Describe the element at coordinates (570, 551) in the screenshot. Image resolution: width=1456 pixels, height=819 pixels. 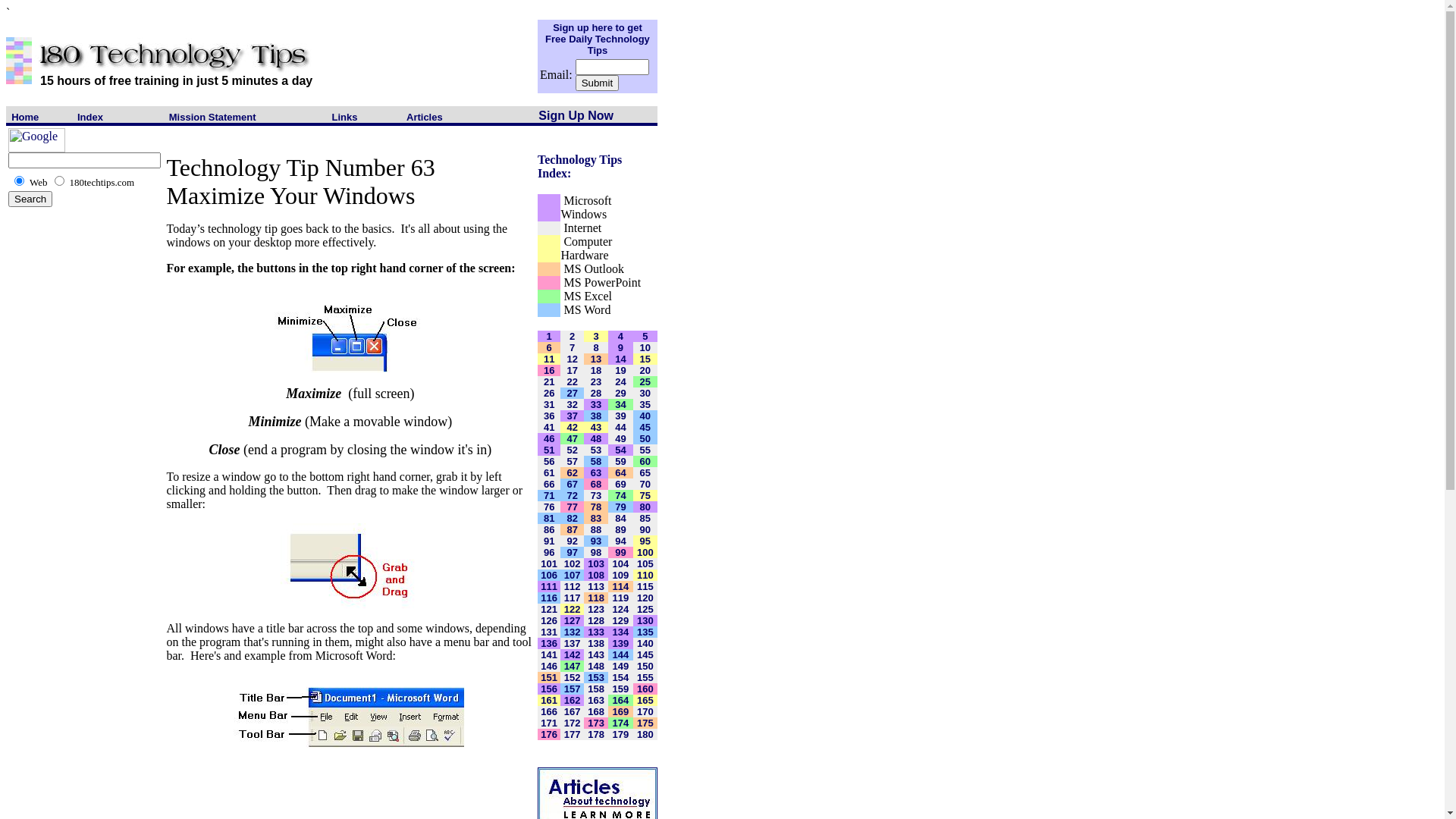
I see `'97'` at that location.